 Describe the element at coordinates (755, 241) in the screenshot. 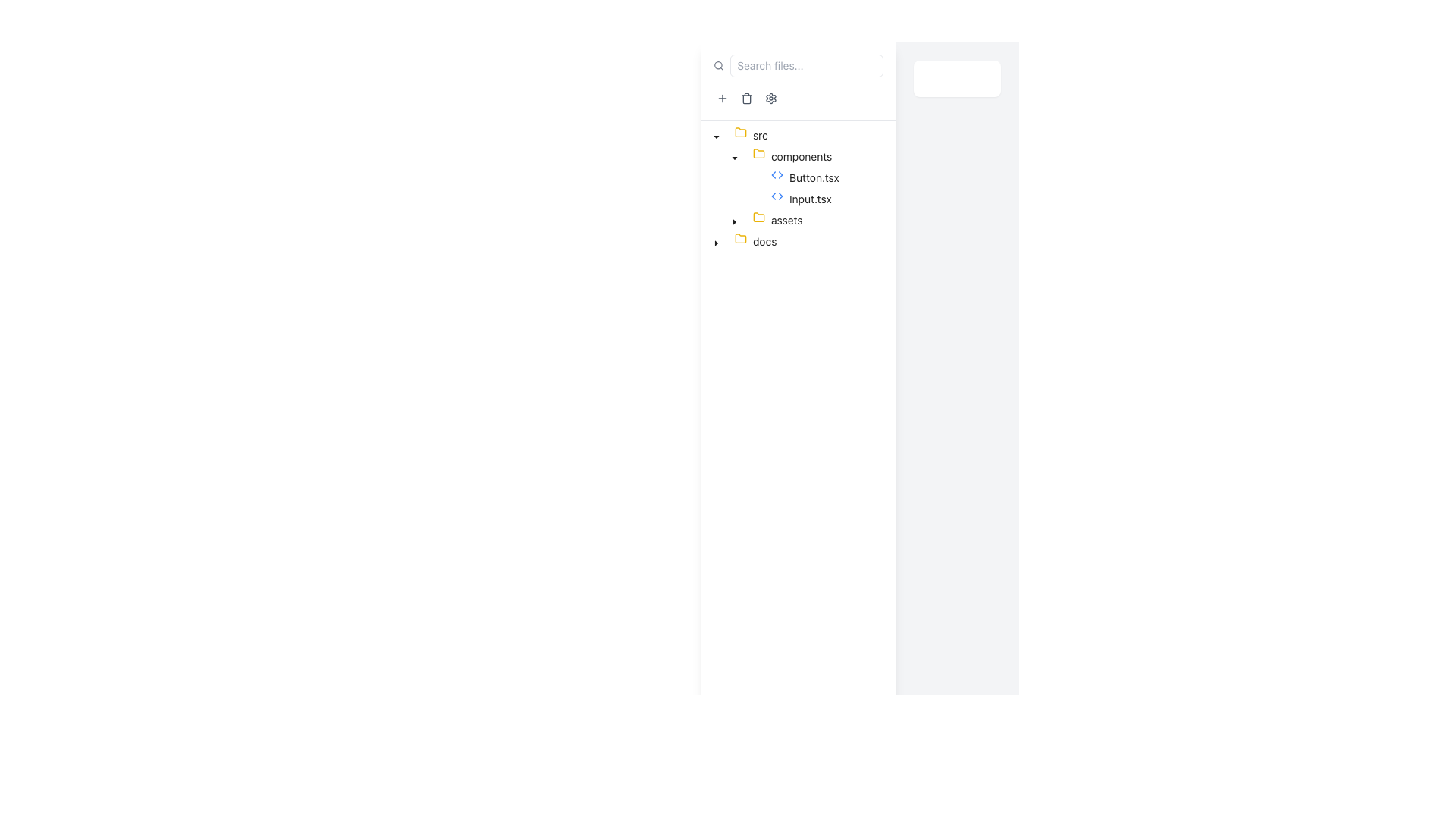

I see `the 'docs' folder node` at that location.